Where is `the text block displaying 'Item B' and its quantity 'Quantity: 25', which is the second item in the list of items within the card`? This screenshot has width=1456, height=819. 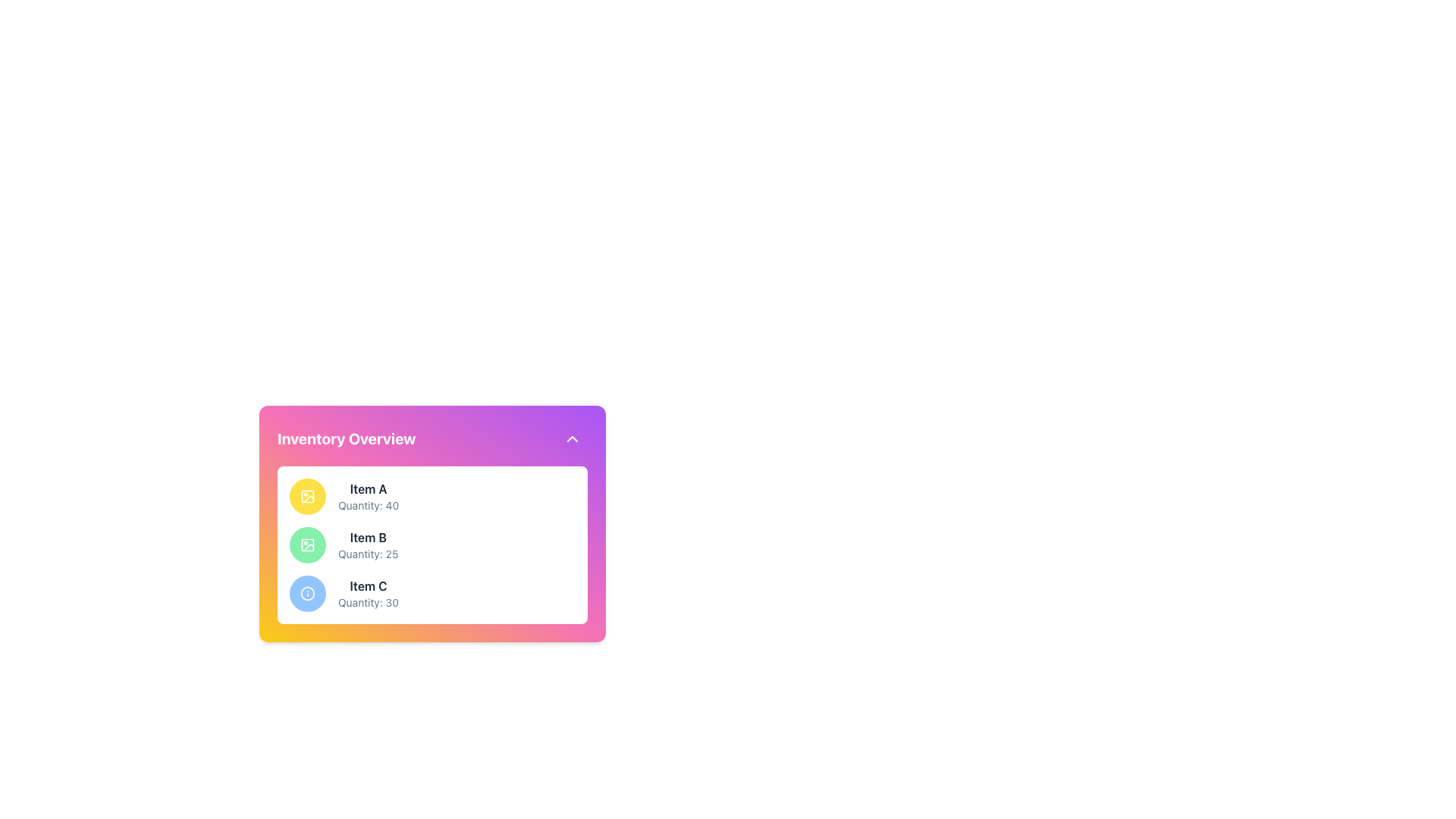
the text block displaying 'Item B' and its quantity 'Quantity: 25', which is the second item in the list of items within the card is located at coordinates (368, 544).